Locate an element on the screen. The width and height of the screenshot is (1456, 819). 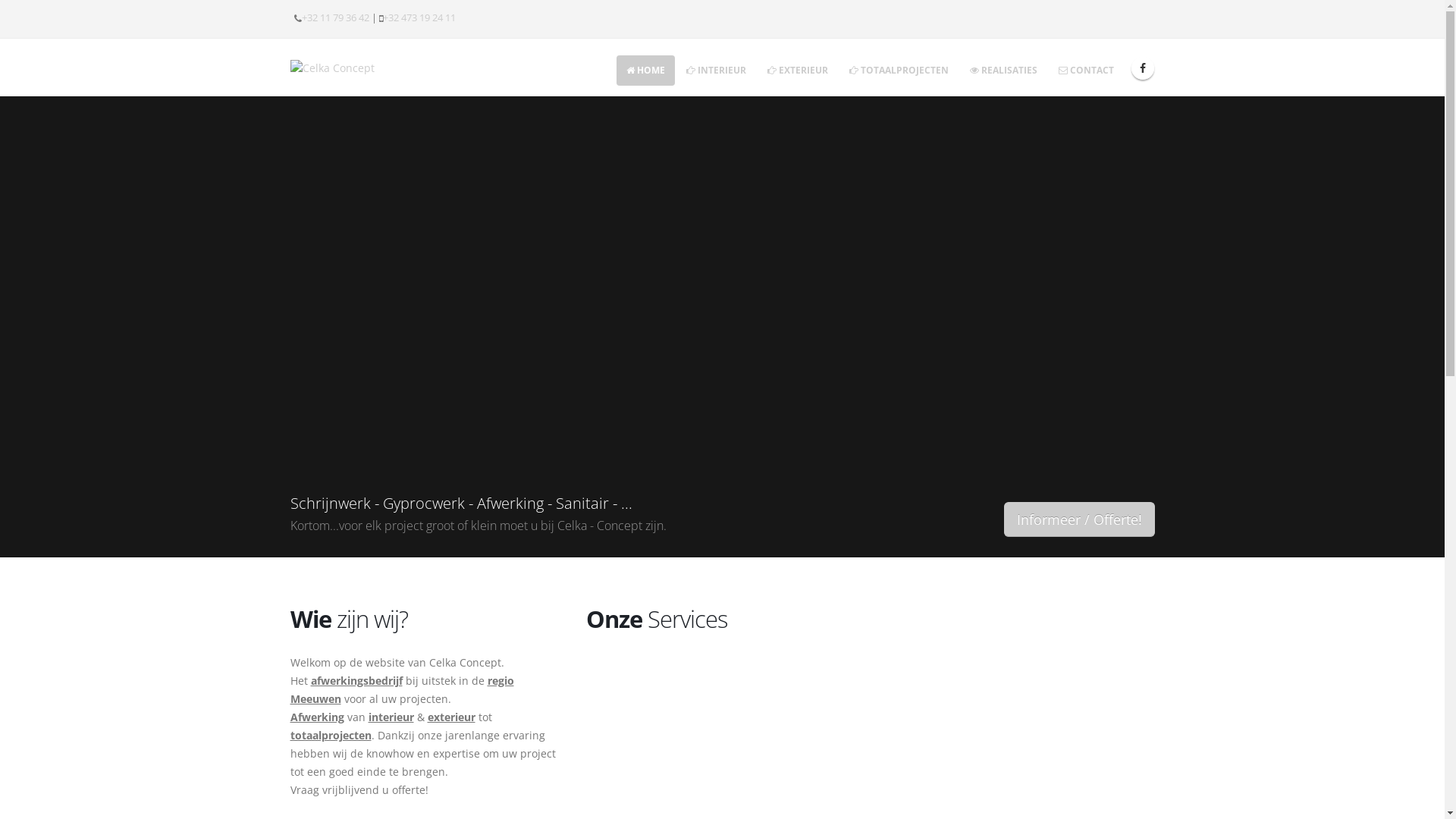
'EXTERIEUR' is located at coordinates (796, 70).